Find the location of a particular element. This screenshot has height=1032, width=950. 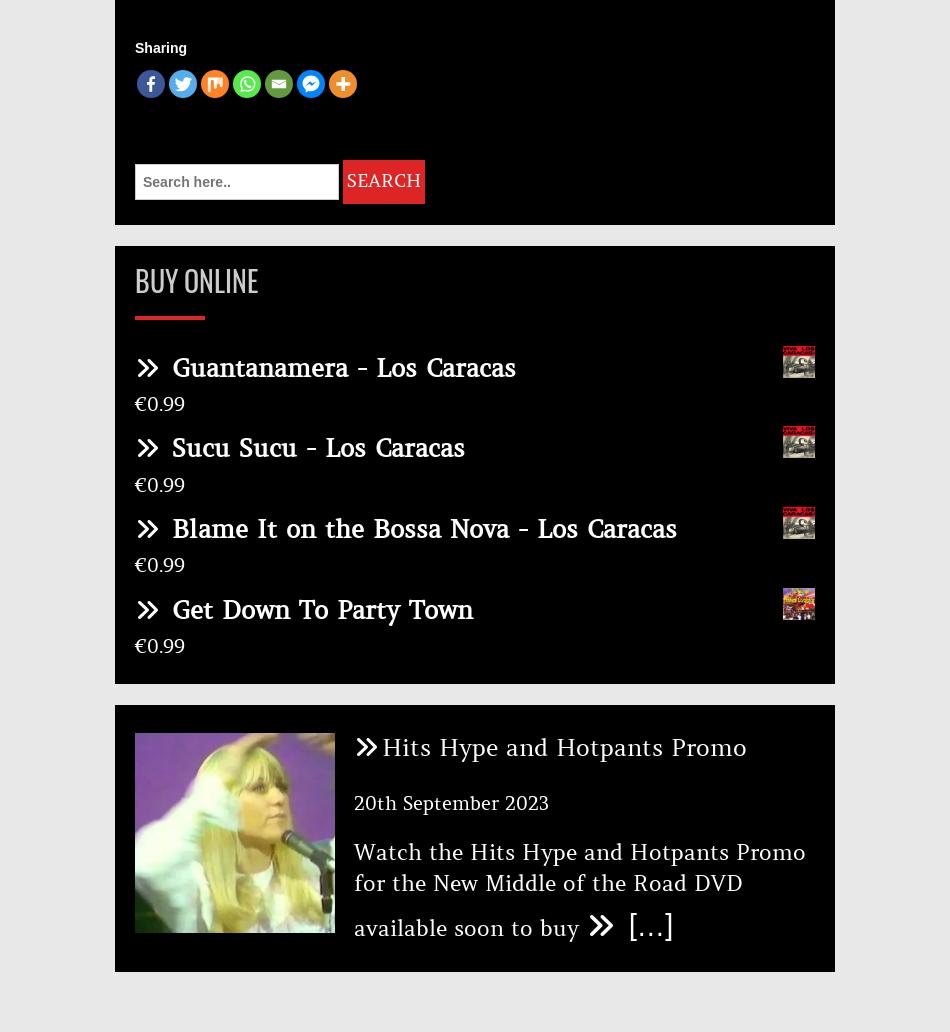

'Buy Online' is located at coordinates (196, 280).